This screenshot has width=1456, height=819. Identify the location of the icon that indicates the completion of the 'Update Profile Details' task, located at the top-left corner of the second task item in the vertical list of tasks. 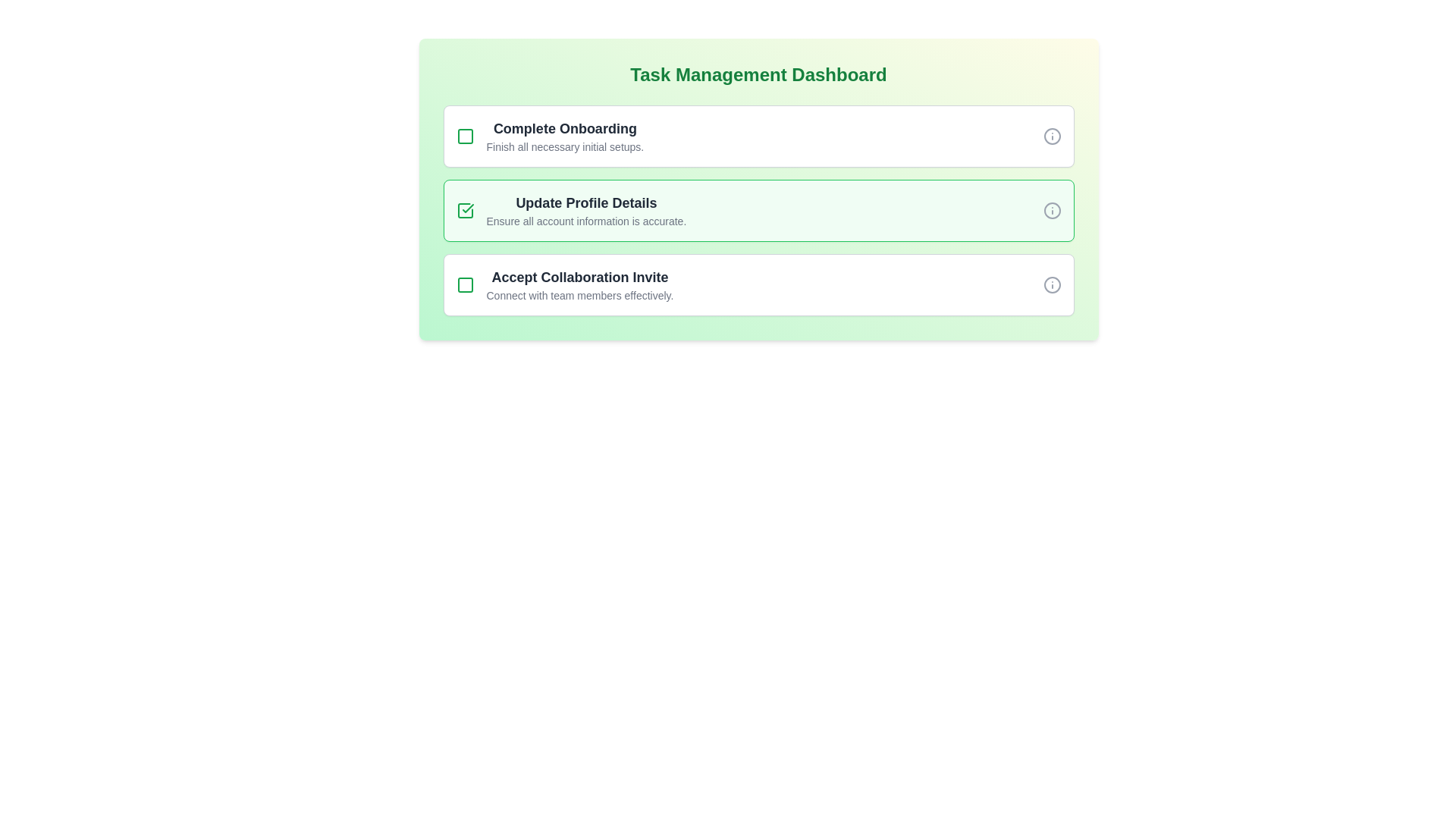
(464, 210).